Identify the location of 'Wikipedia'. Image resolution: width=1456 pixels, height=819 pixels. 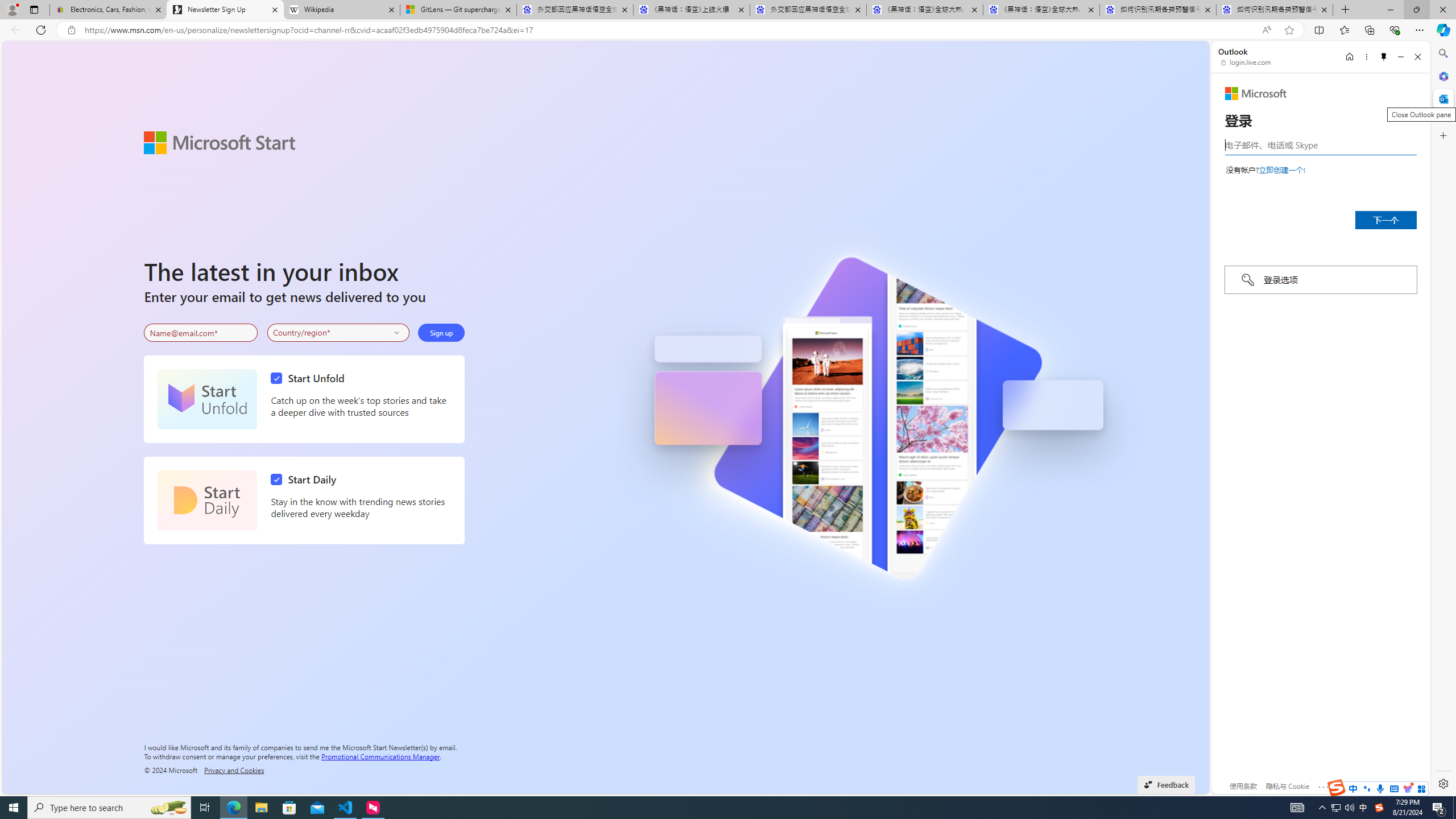
(341, 9).